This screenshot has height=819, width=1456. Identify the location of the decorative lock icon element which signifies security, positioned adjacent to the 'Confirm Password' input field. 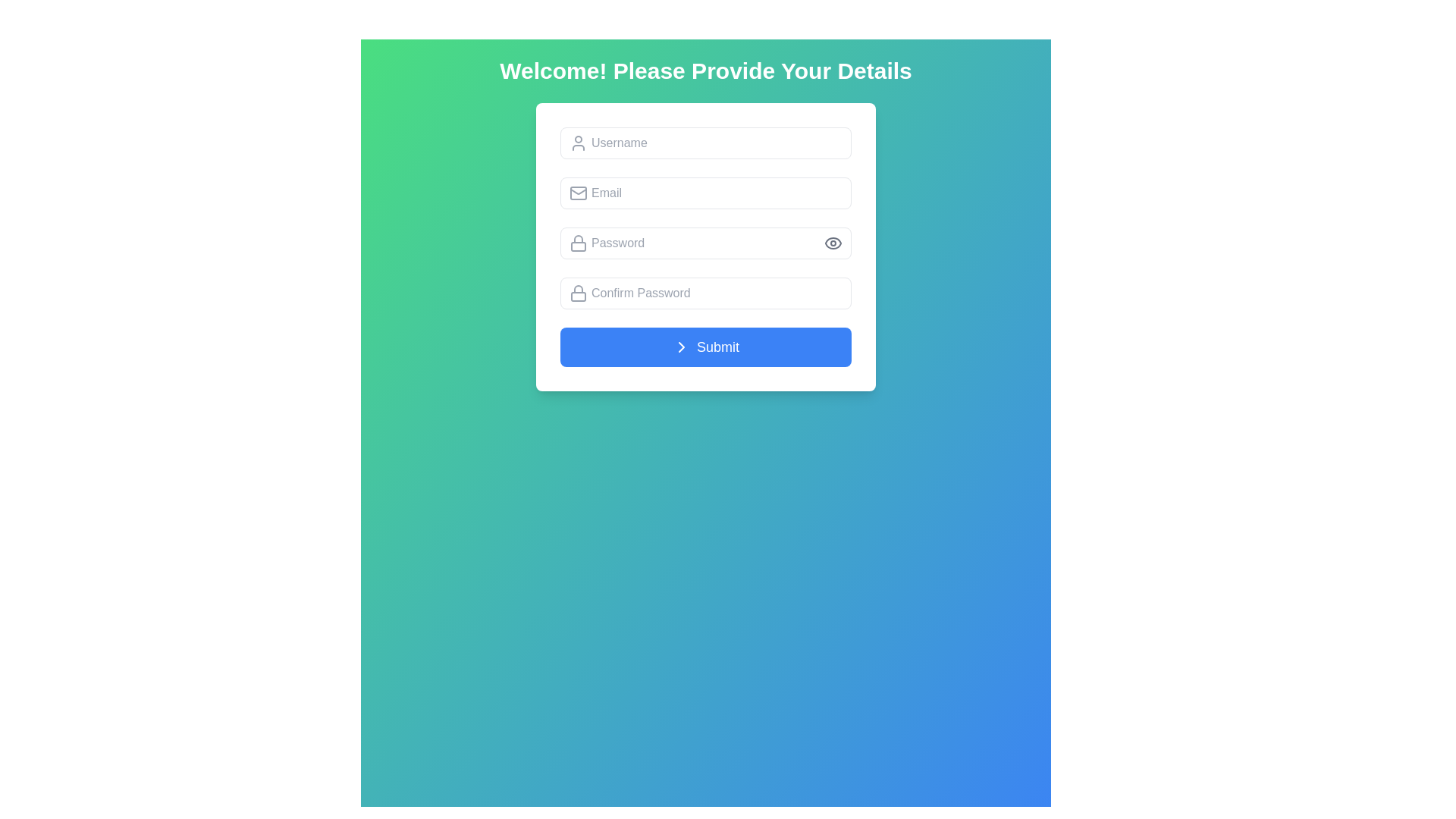
(578, 297).